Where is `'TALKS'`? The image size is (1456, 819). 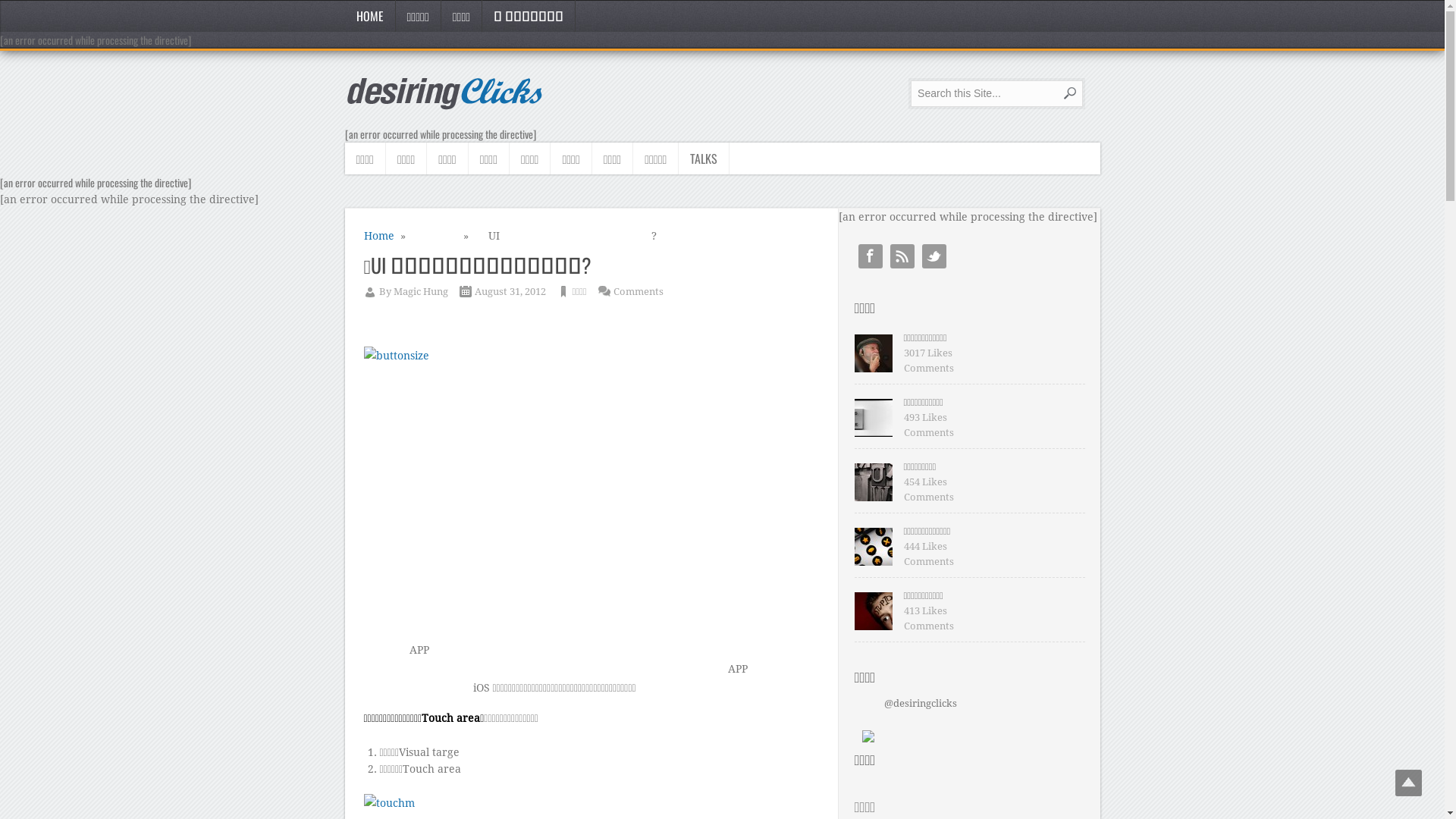
'TALKS' is located at coordinates (677, 158).